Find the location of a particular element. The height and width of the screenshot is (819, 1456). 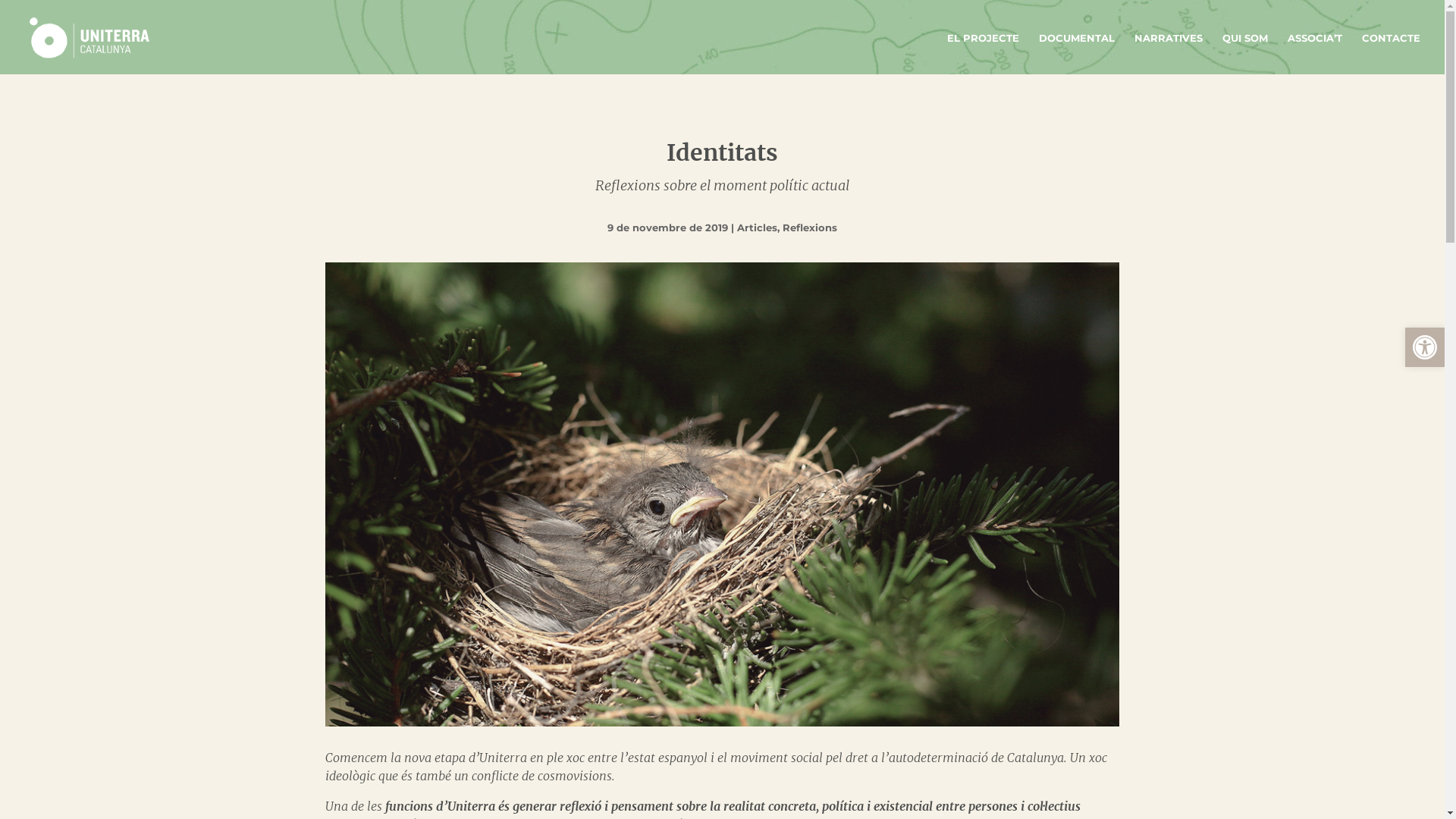

'NARRATIVES' is located at coordinates (1167, 53).